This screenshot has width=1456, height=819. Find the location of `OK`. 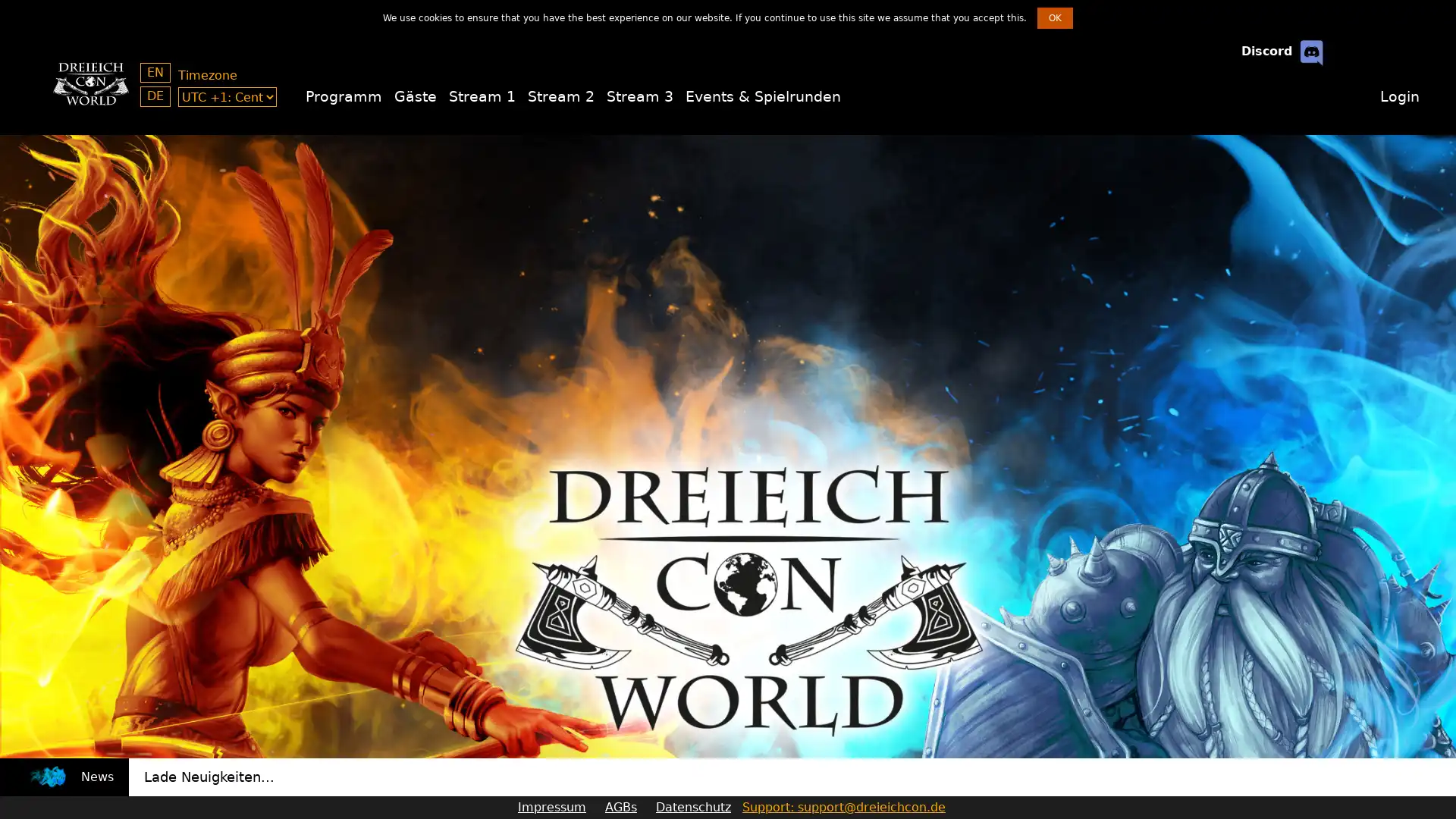

OK is located at coordinates (1054, 17).